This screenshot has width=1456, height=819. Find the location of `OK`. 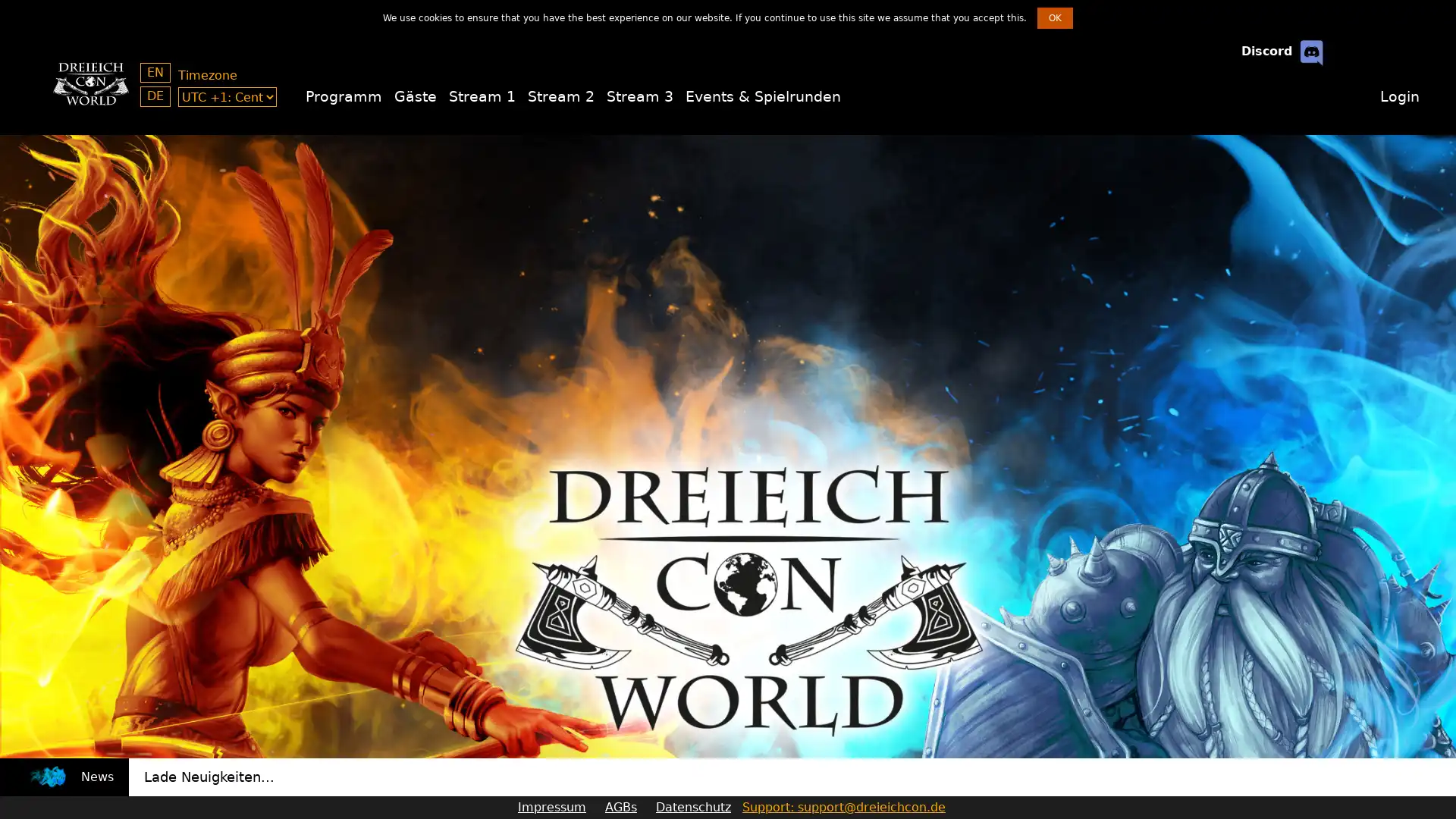

OK is located at coordinates (1054, 17).